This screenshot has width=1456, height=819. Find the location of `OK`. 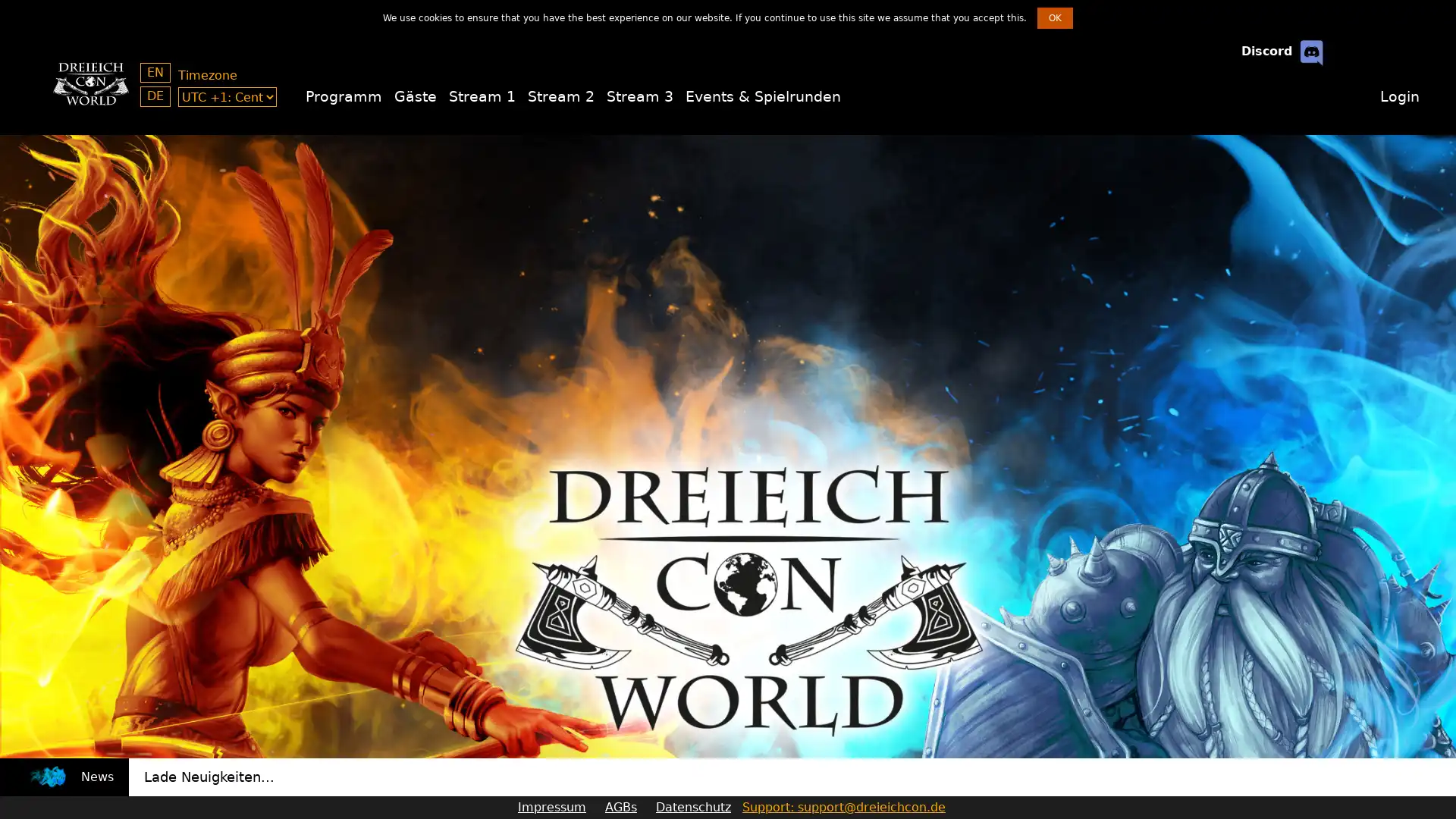

OK is located at coordinates (1054, 17).